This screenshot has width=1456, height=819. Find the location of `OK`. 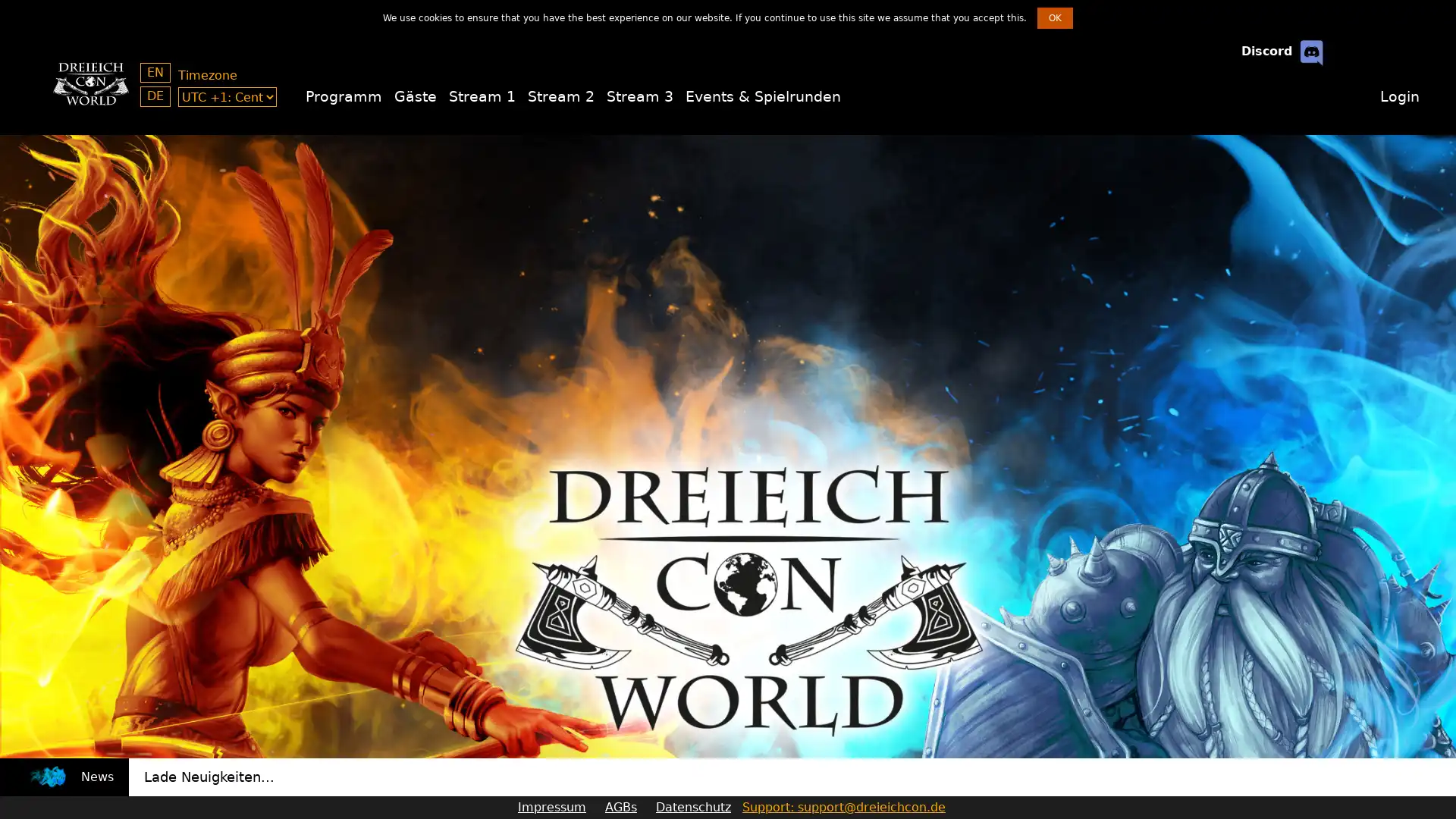

OK is located at coordinates (1054, 17).